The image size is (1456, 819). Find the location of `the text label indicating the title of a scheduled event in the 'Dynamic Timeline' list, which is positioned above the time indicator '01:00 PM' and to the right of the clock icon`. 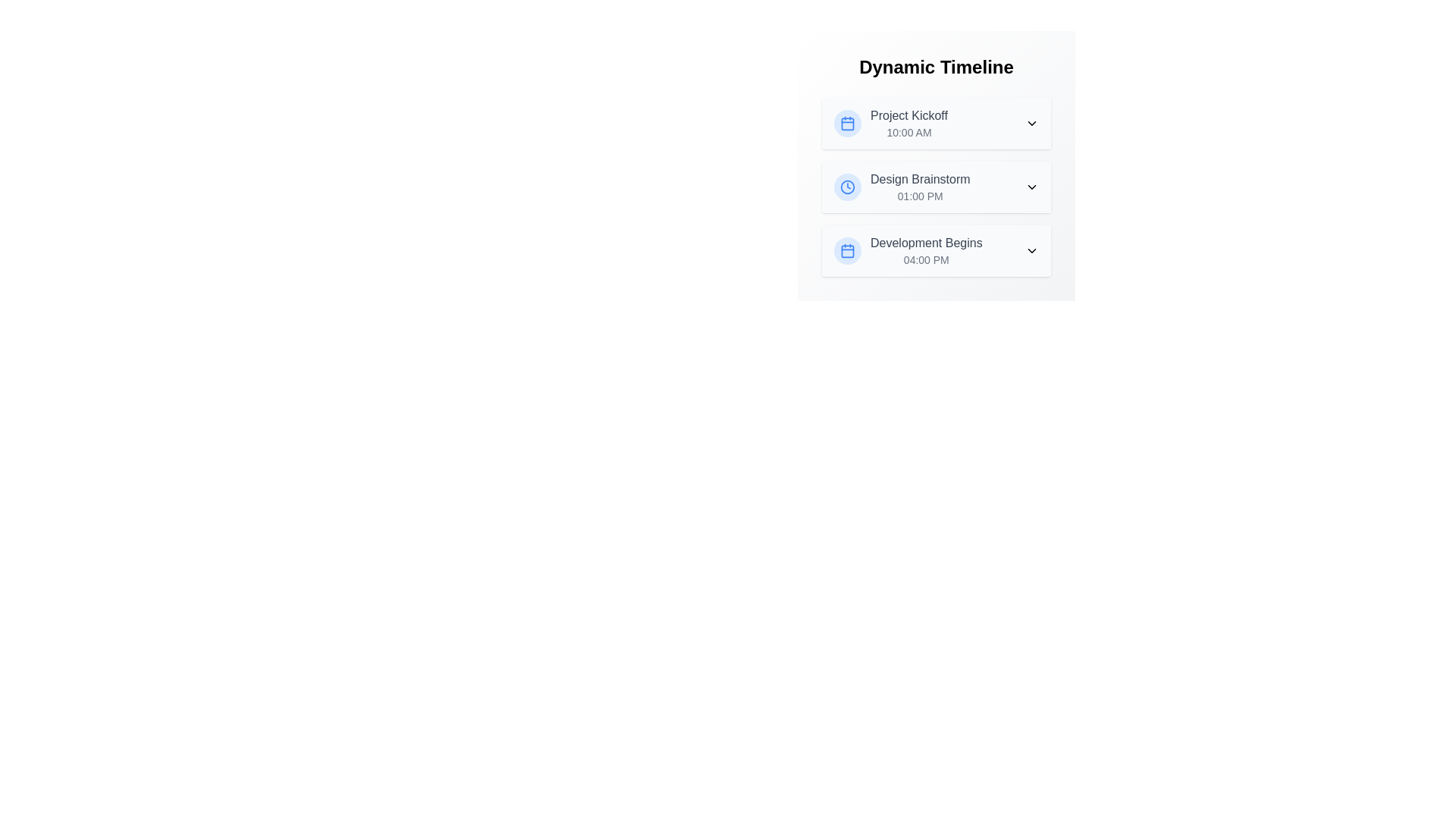

the text label indicating the title of a scheduled event in the 'Dynamic Timeline' list, which is positioned above the time indicator '01:00 PM' and to the right of the clock icon is located at coordinates (919, 178).